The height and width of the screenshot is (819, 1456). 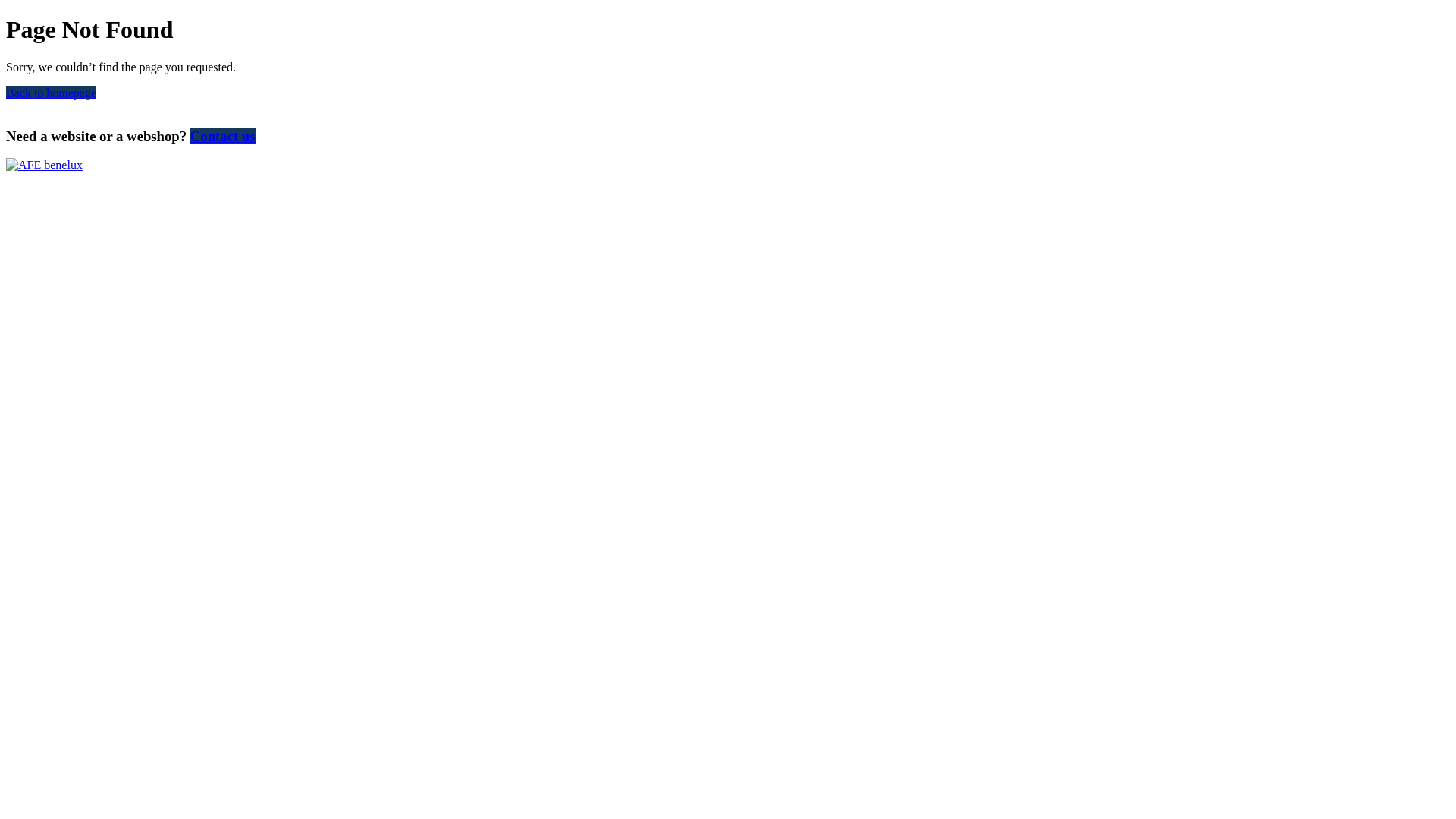 I want to click on 'AFE benelux', so click(x=44, y=165).